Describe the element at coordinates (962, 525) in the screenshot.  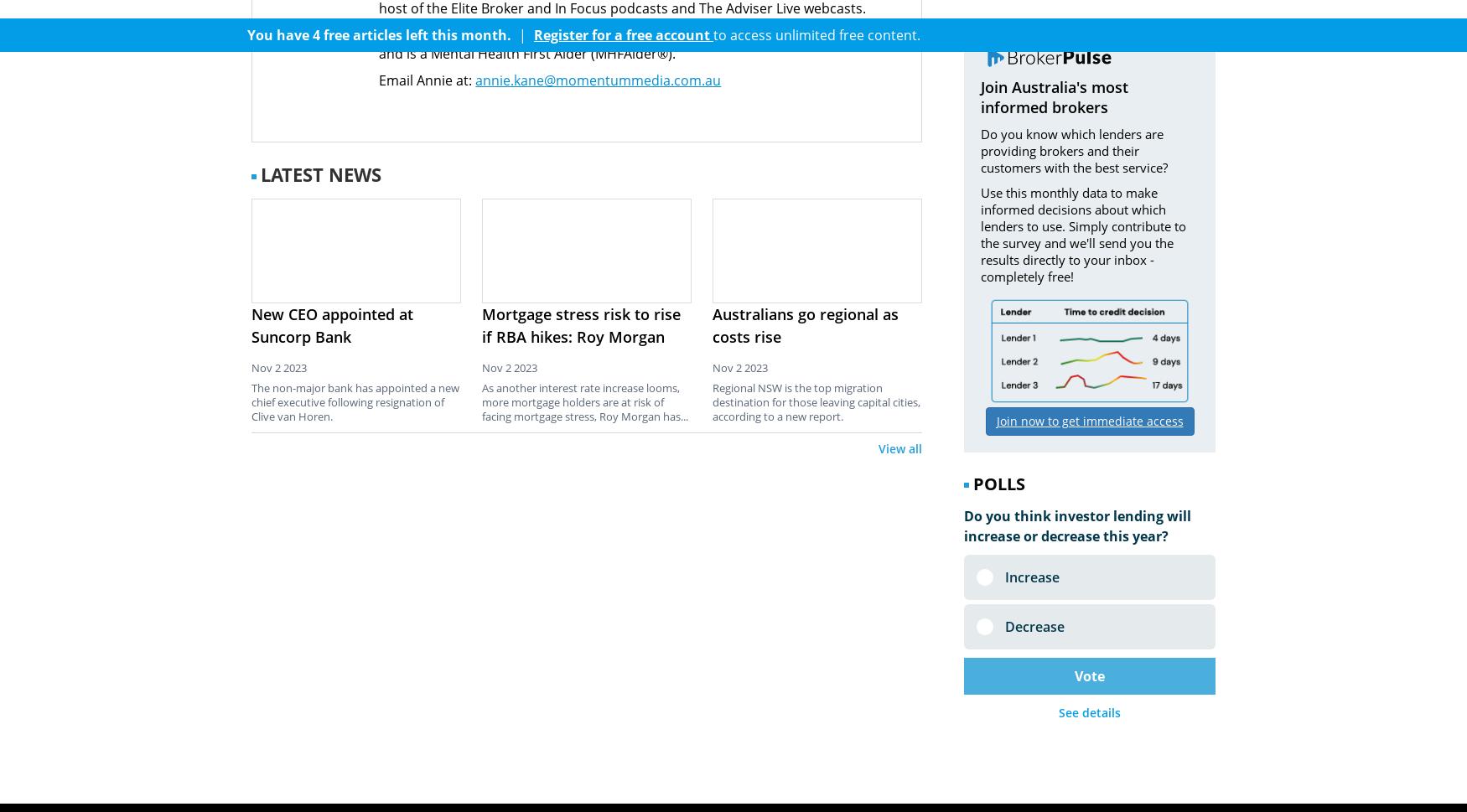
I see `'Do you think investor lending will increase or decrease this year?'` at that location.